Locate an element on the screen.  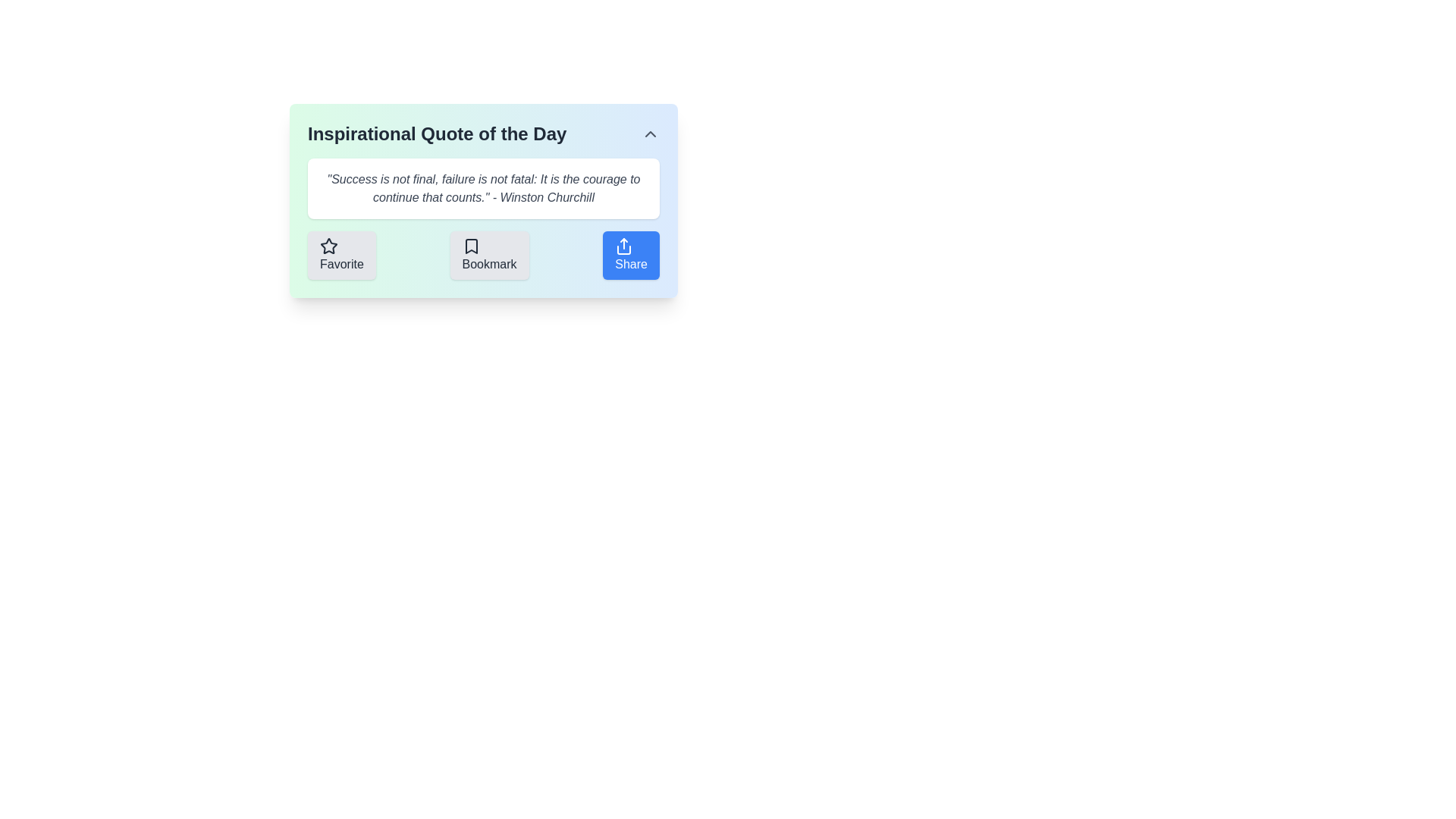
the small upward-facing chevron icon located at the top right corner of the card titled 'Inspirational Quote of the Day' is located at coordinates (651, 133).